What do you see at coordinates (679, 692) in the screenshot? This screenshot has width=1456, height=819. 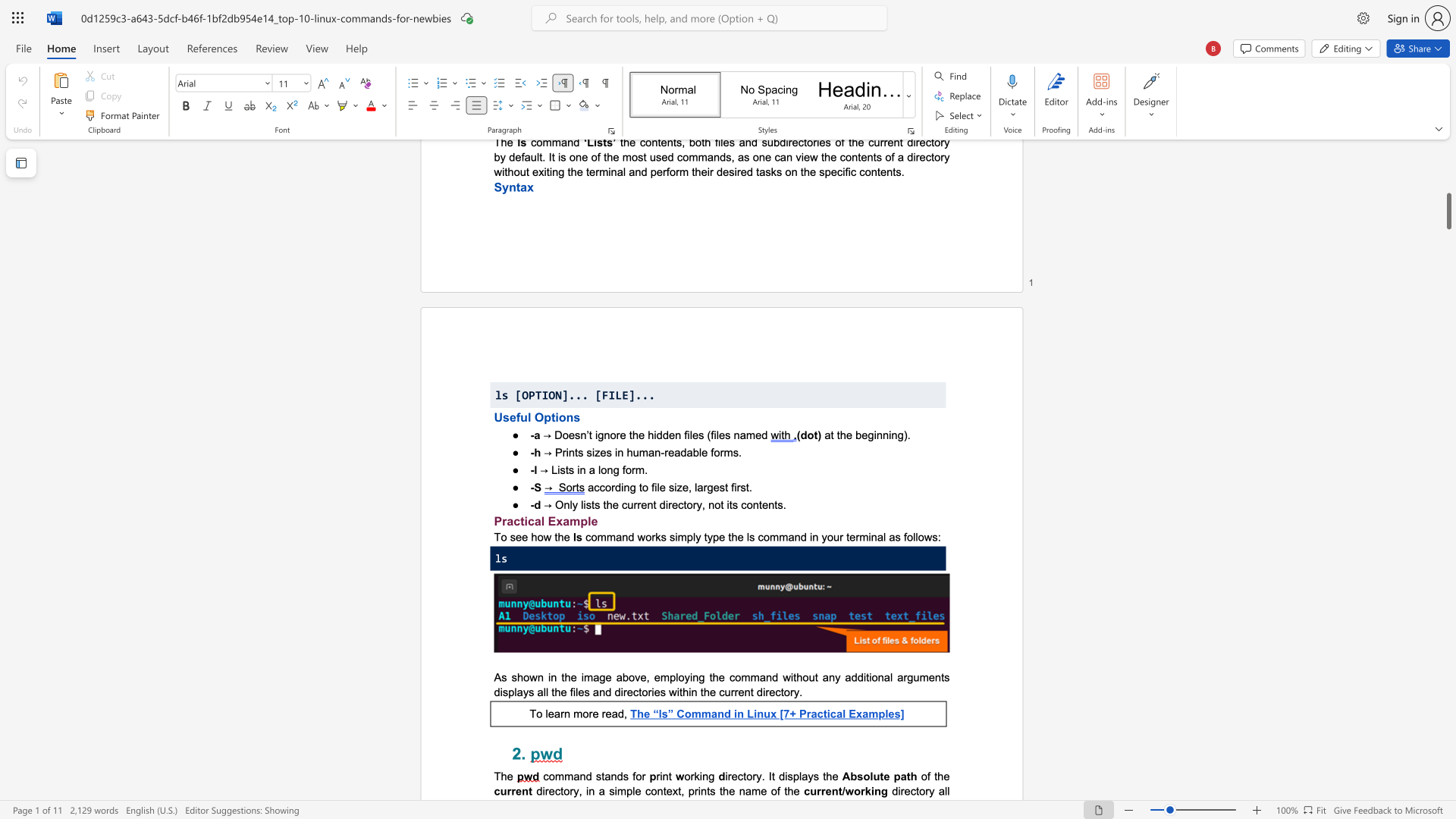 I see `the subset text "thin the current directory." within the text "arguments displays all the files and directories within the current directory."` at bounding box center [679, 692].